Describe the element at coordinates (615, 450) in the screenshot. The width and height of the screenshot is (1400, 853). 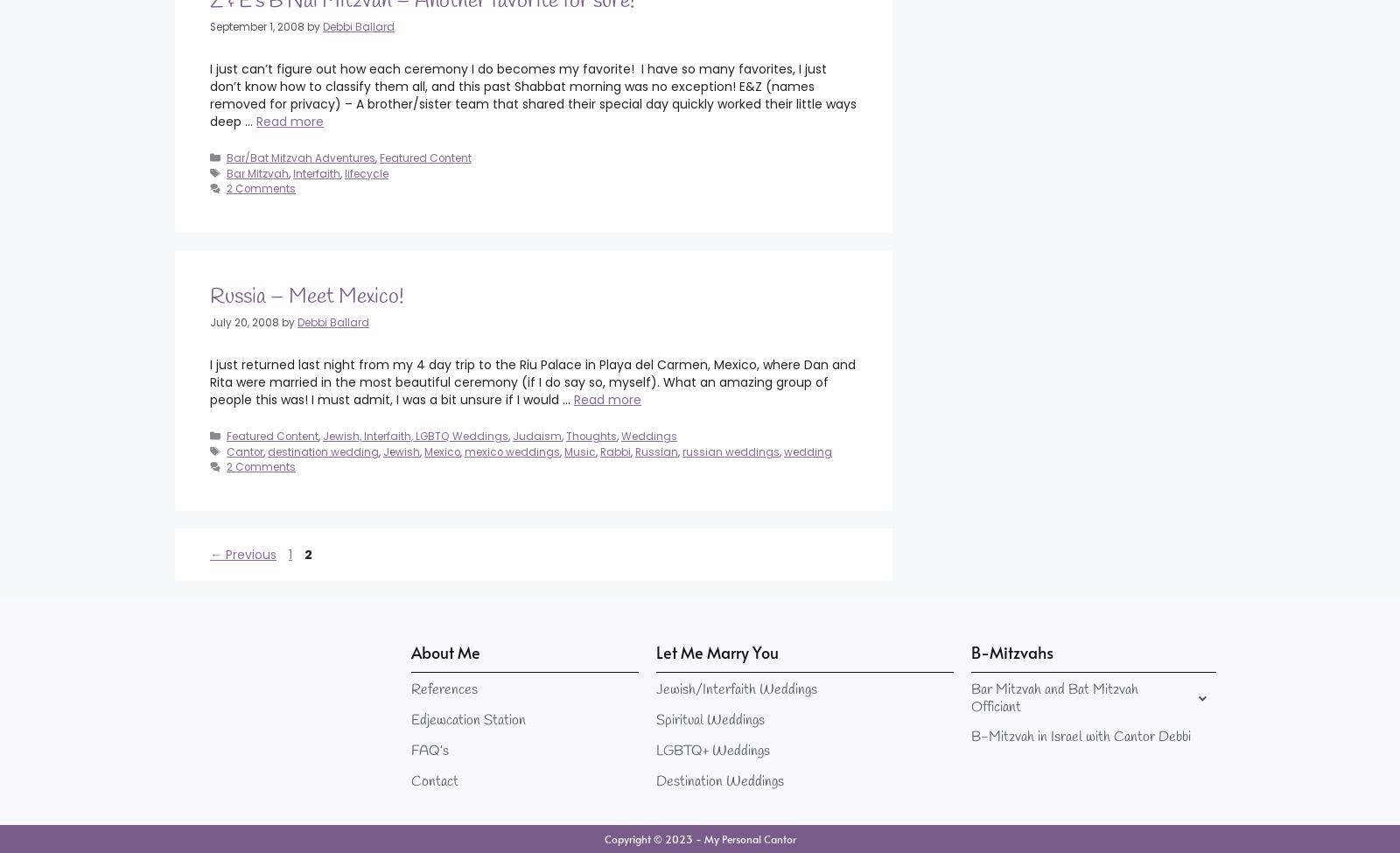
I see `'Rabbi'` at that location.